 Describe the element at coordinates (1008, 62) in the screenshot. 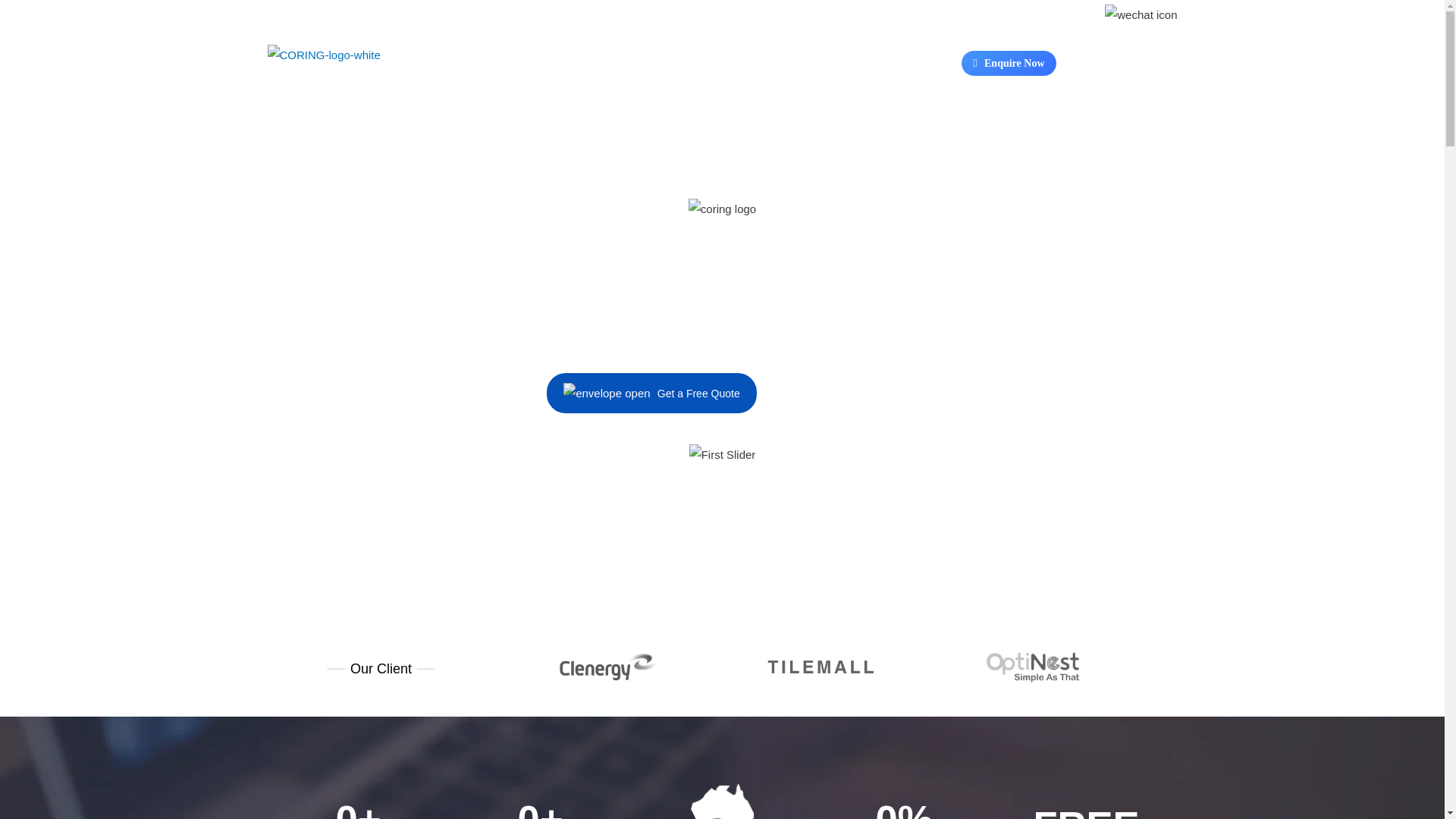

I see `'Enquire Now'` at that location.